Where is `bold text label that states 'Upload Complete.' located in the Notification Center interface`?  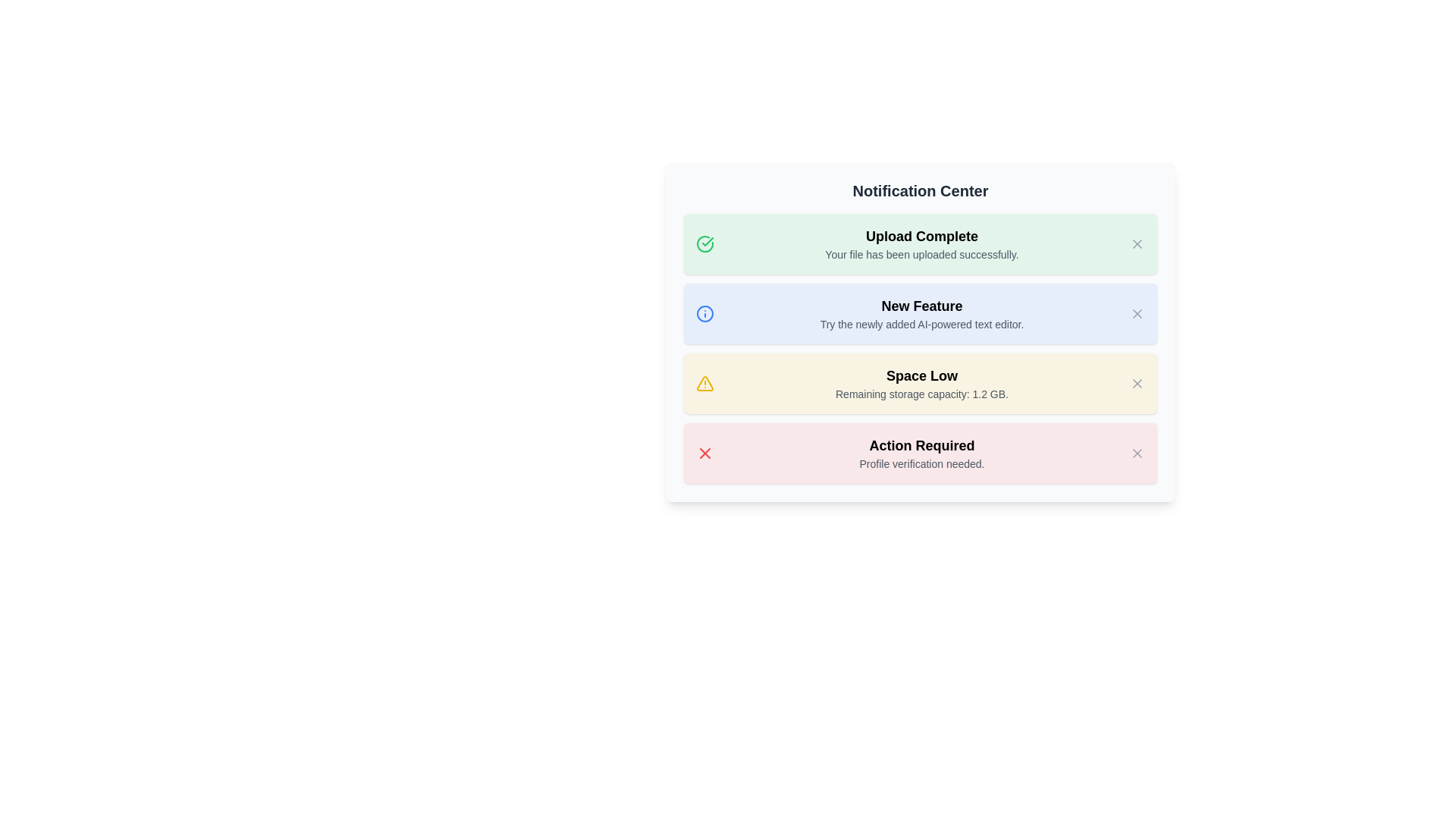
bold text label that states 'Upload Complete.' located in the Notification Center interface is located at coordinates (921, 237).